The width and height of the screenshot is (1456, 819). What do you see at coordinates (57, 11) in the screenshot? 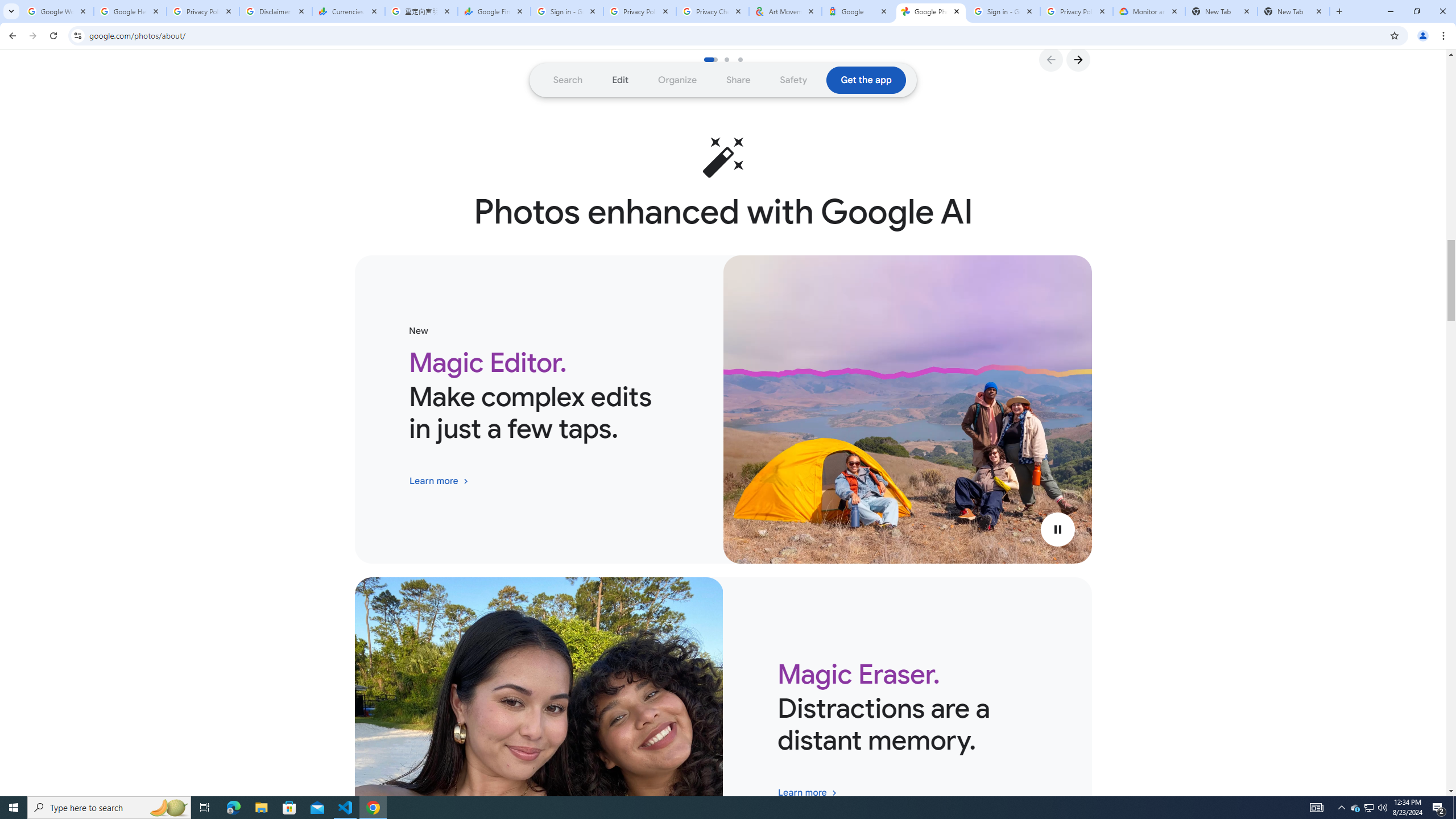
I see `'Google Workspace Admin Community'` at bounding box center [57, 11].